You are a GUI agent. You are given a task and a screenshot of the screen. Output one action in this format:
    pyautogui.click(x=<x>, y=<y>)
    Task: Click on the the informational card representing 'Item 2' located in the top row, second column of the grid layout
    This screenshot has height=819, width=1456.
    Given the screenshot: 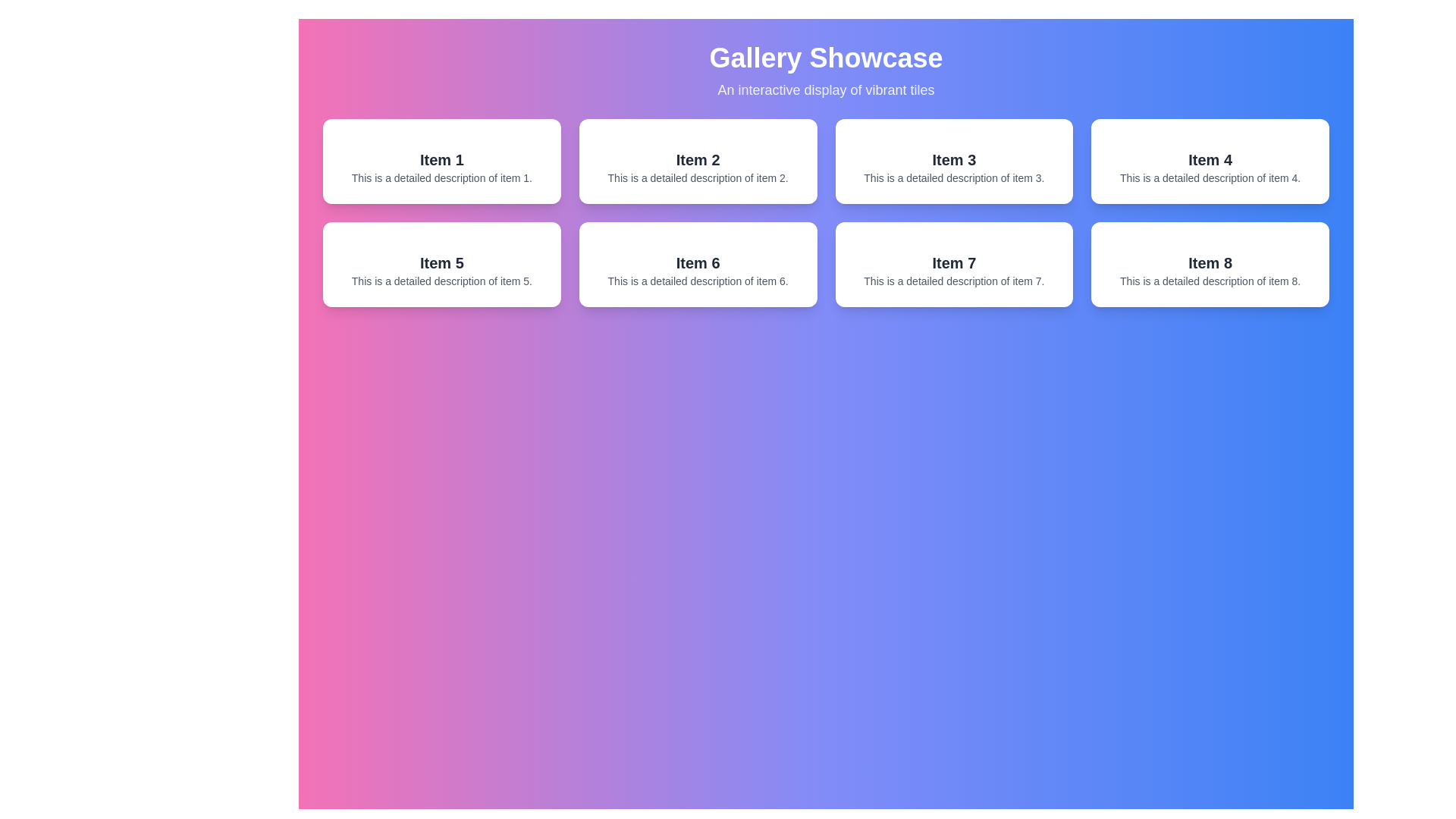 What is the action you would take?
    pyautogui.click(x=697, y=161)
    